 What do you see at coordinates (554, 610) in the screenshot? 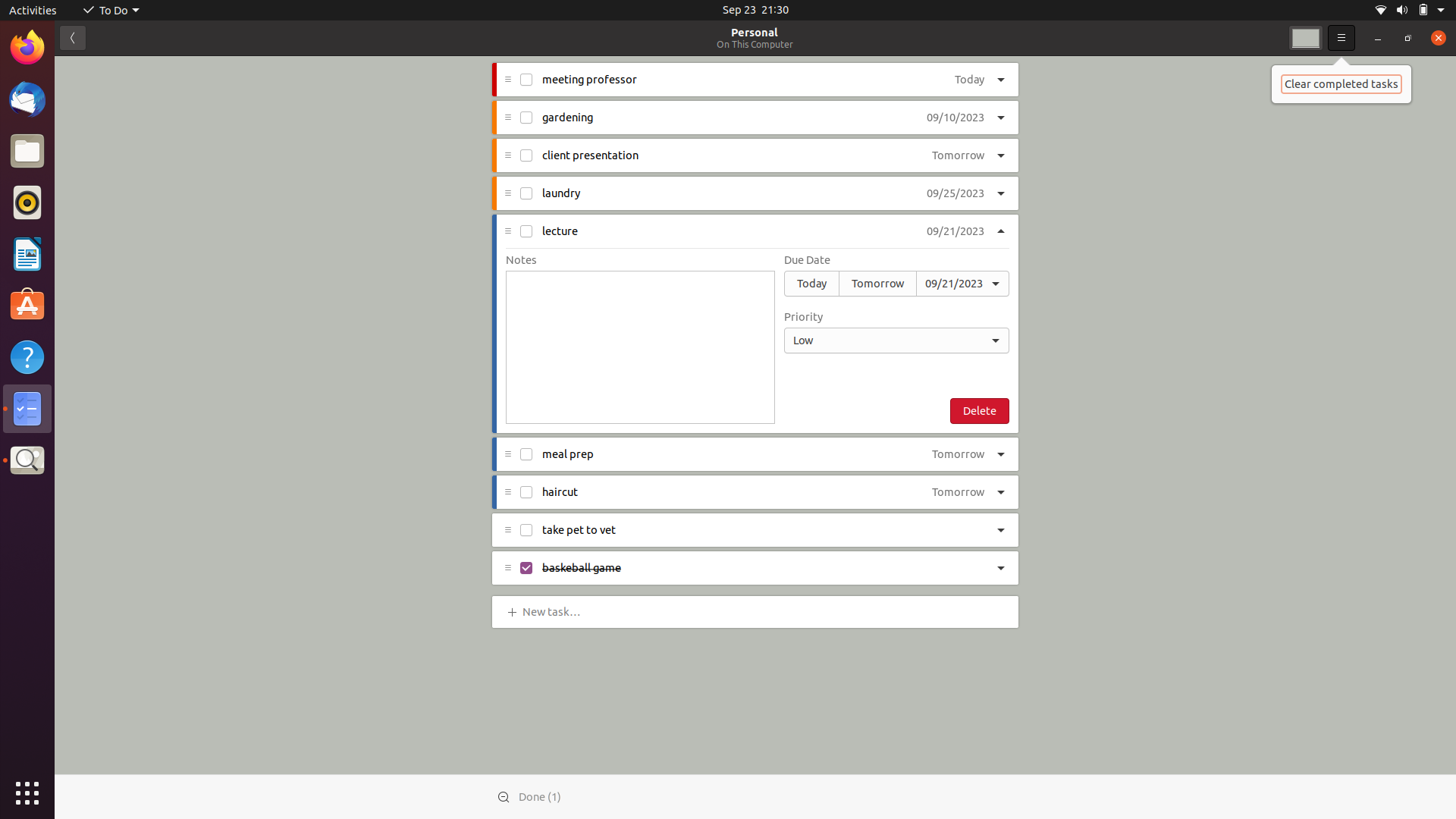
I see `Add "grocery shopping" task` at bounding box center [554, 610].